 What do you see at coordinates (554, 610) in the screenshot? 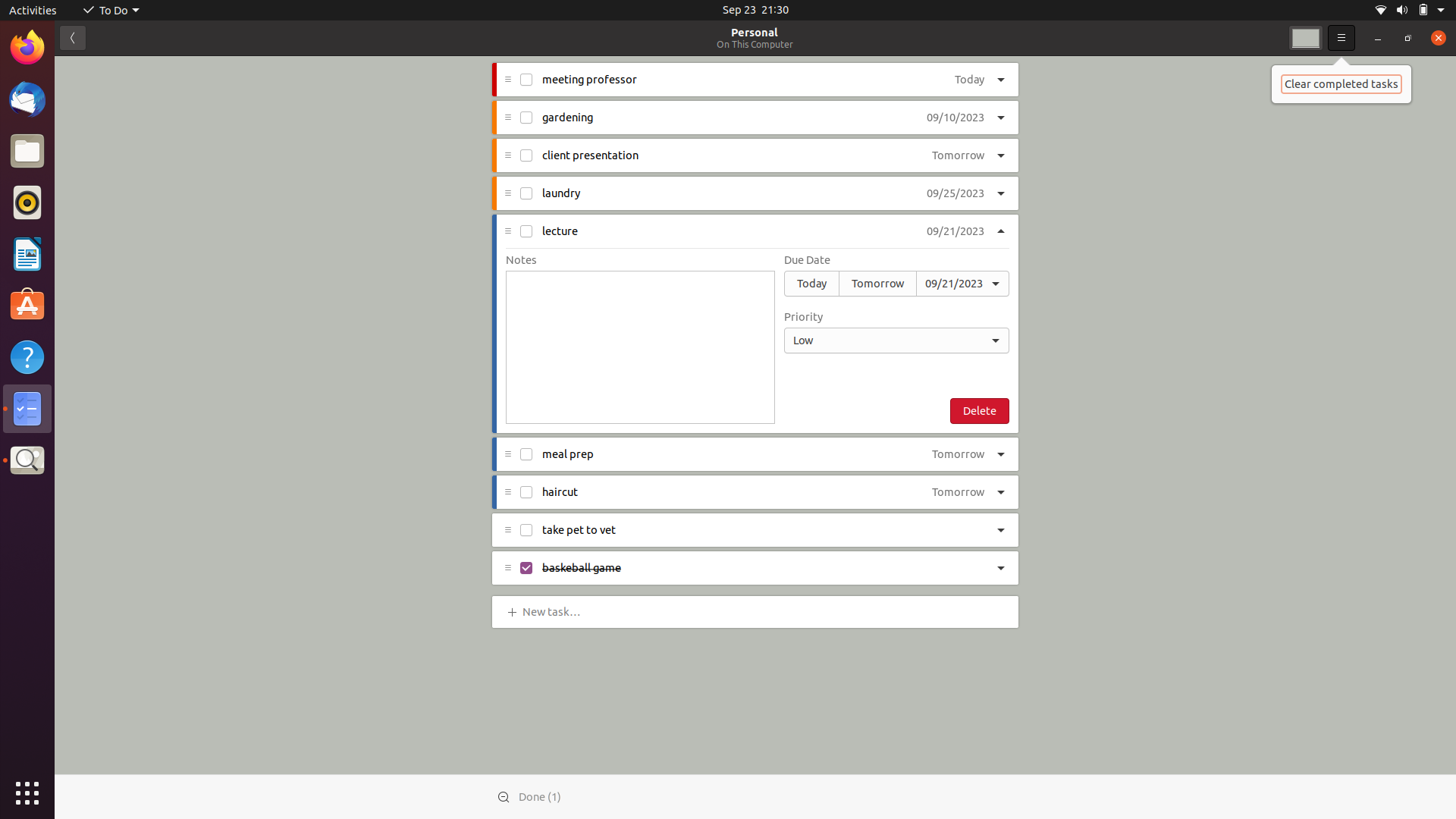
I see `Add "grocery shopping" task` at bounding box center [554, 610].